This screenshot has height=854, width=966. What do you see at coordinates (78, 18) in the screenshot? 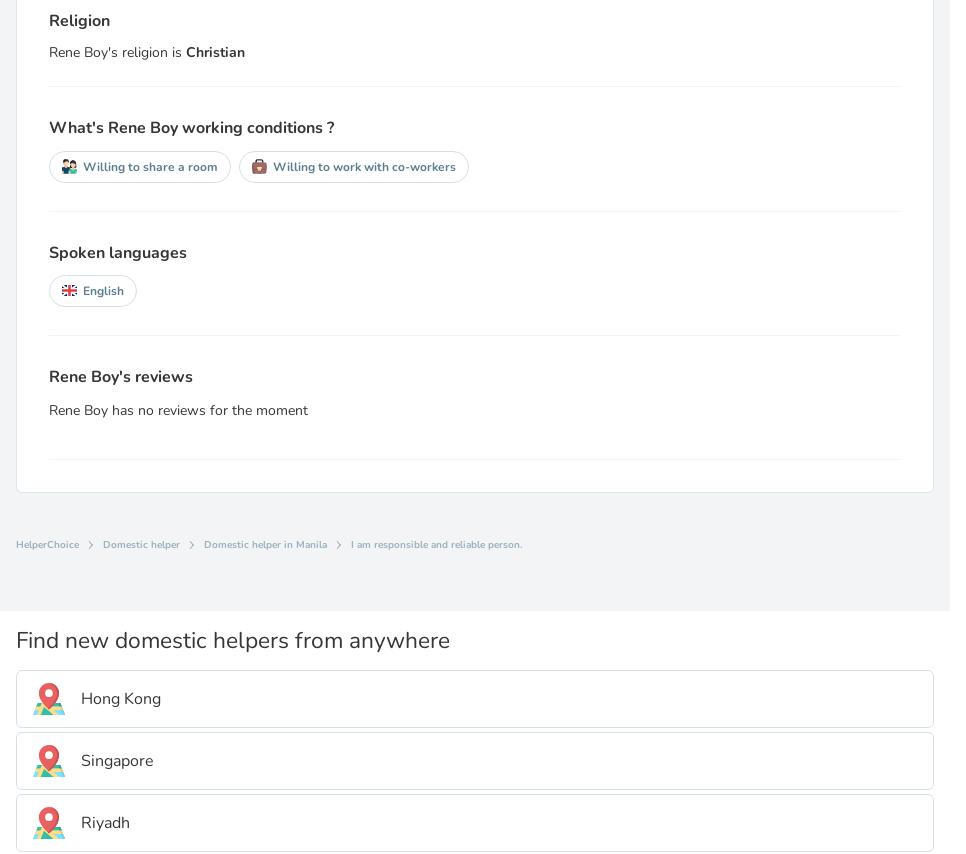
I see `'Religion'` at bounding box center [78, 18].